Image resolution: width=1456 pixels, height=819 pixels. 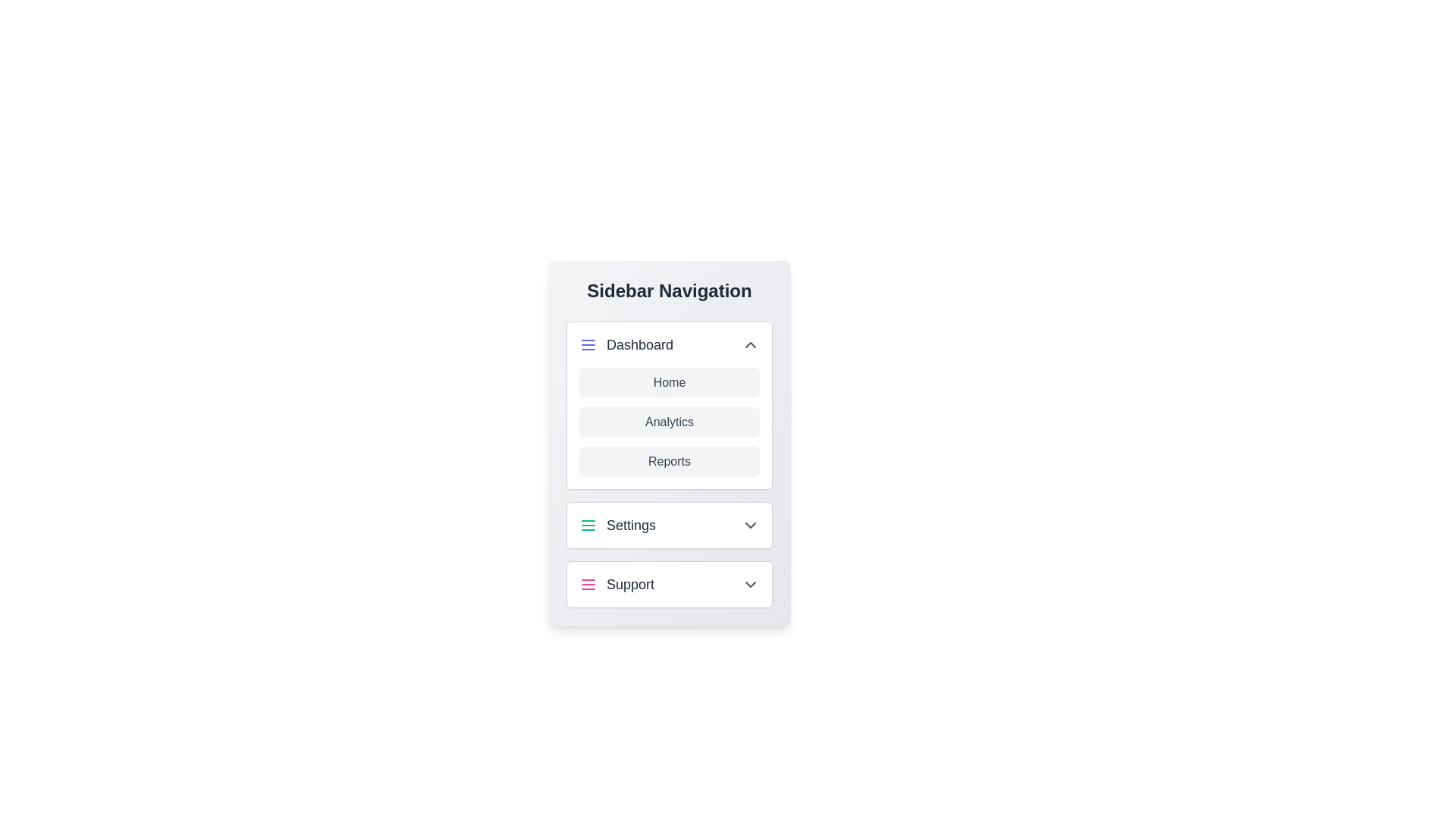 What do you see at coordinates (750, 584) in the screenshot?
I see `the dropdown toggle icon located to the far right of the 'Support' navigation entry in the sidebar` at bounding box center [750, 584].